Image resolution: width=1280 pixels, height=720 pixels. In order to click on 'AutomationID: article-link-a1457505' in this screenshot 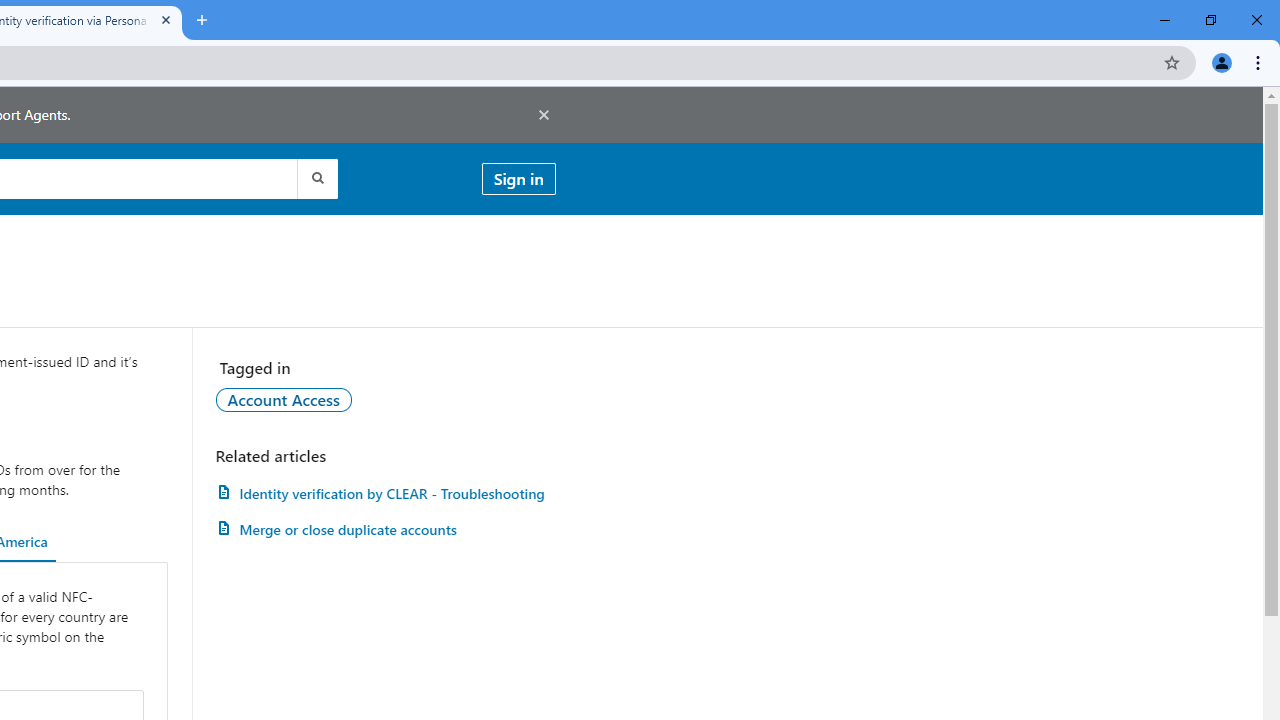, I will do `click(385, 493)`.